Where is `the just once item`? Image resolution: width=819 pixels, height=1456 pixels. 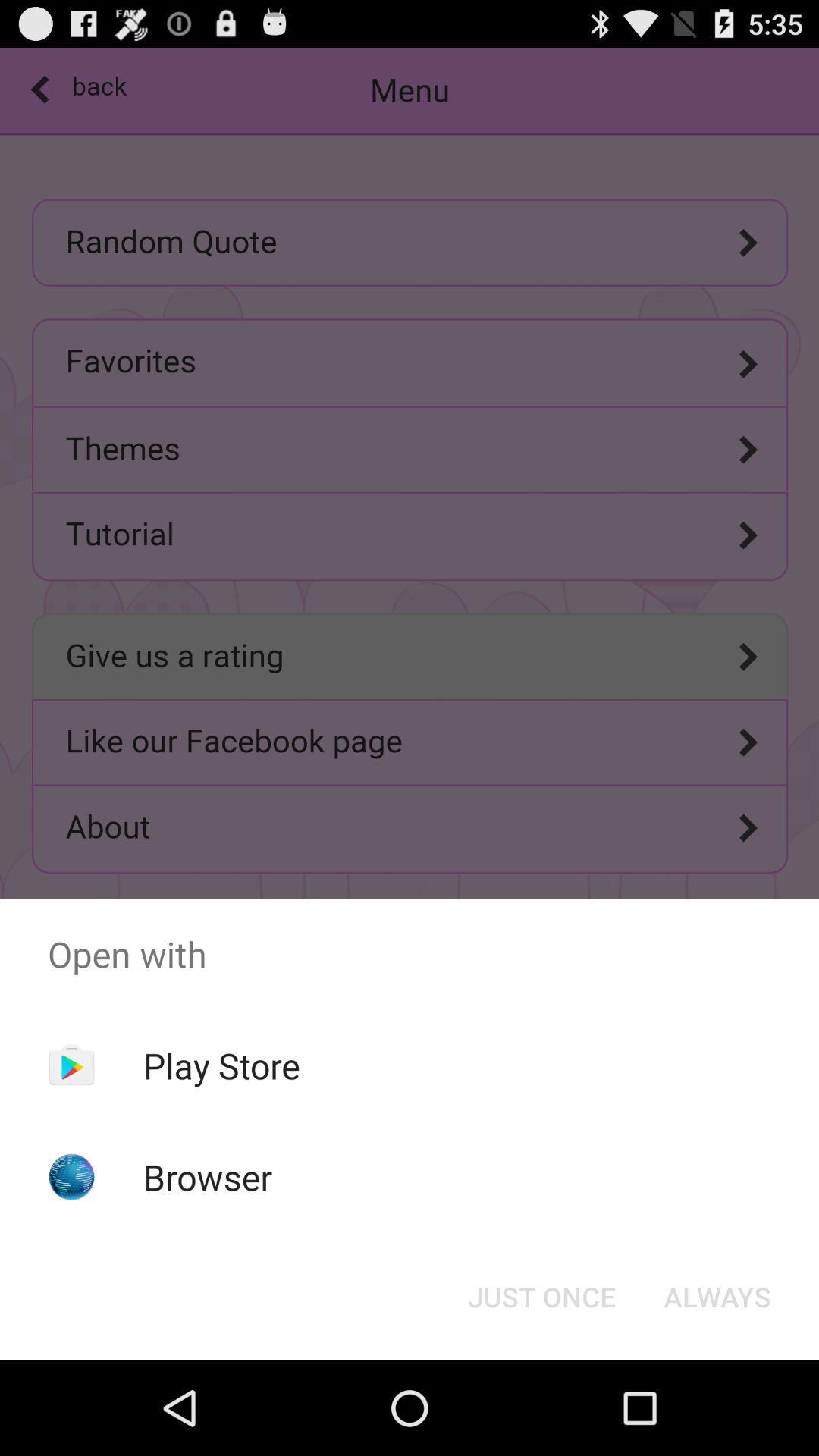
the just once item is located at coordinates (541, 1295).